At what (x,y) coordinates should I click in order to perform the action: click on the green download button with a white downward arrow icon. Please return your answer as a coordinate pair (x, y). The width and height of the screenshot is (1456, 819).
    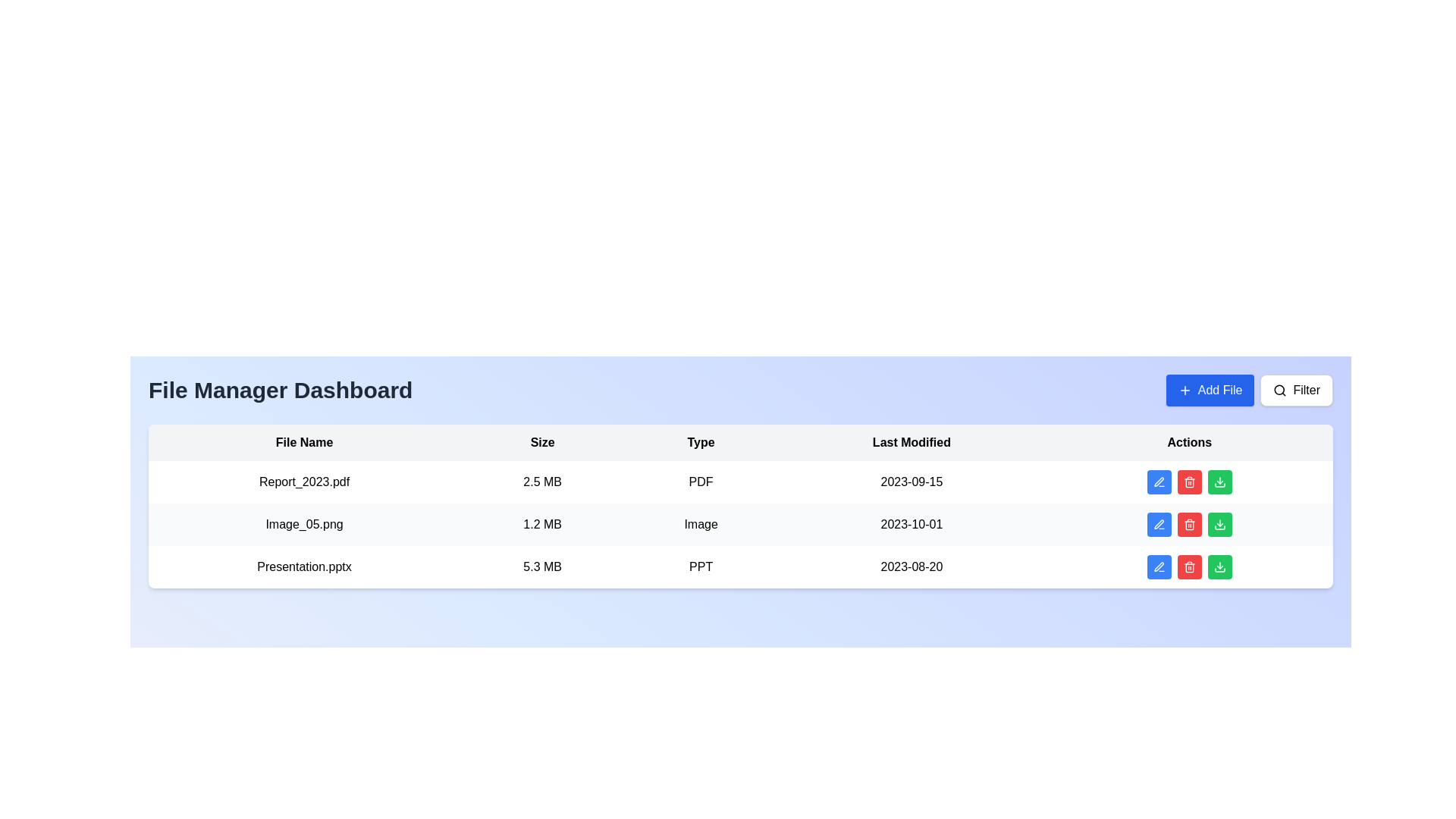
    Looking at the image, I should click on (1219, 482).